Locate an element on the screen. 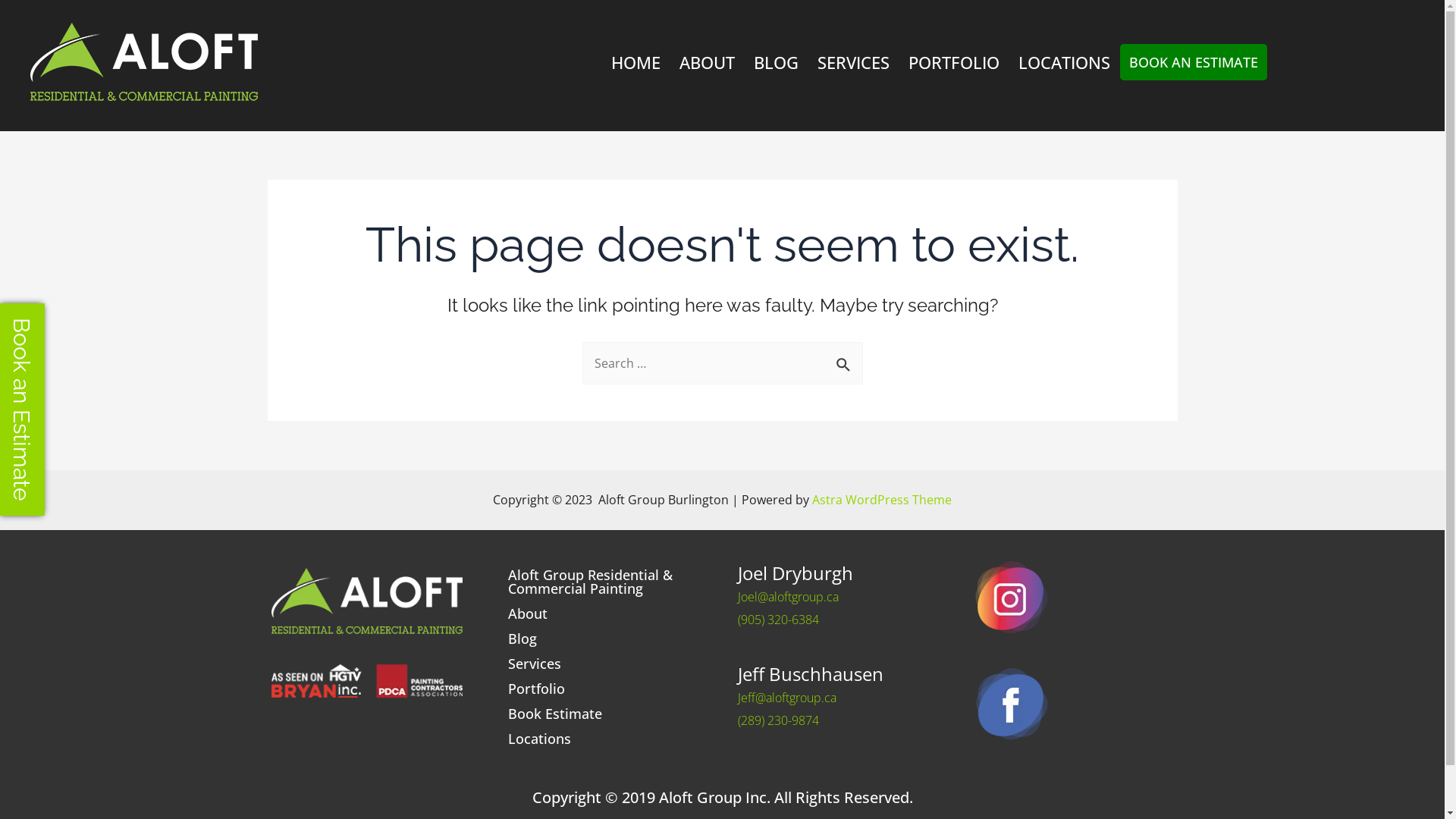  '(289) 230-9874' is located at coordinates (777, 719).